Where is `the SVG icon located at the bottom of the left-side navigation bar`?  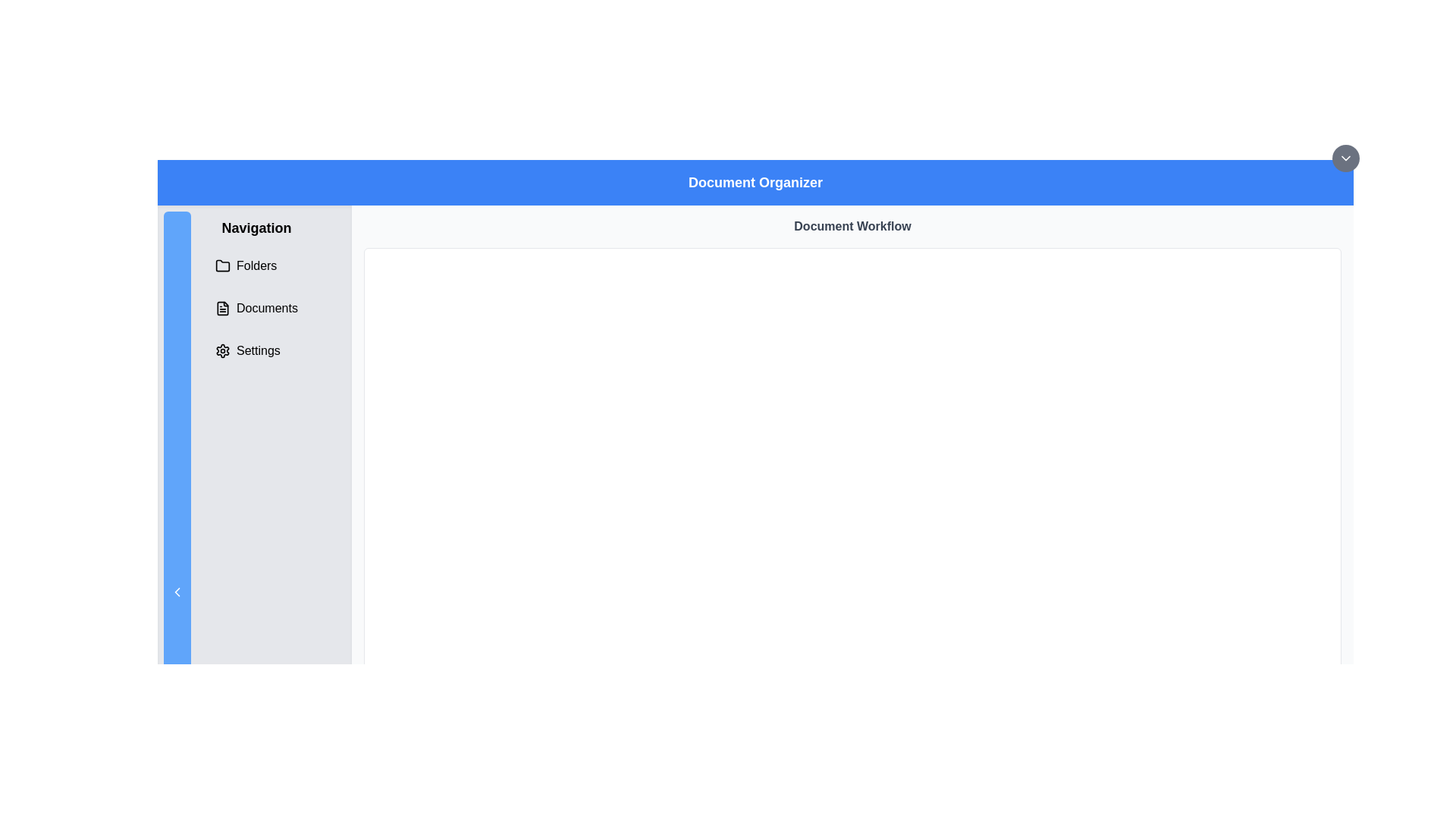
the SVG icon located at the bottom of the left-side navigation bar is located at coordinates (177, 591).